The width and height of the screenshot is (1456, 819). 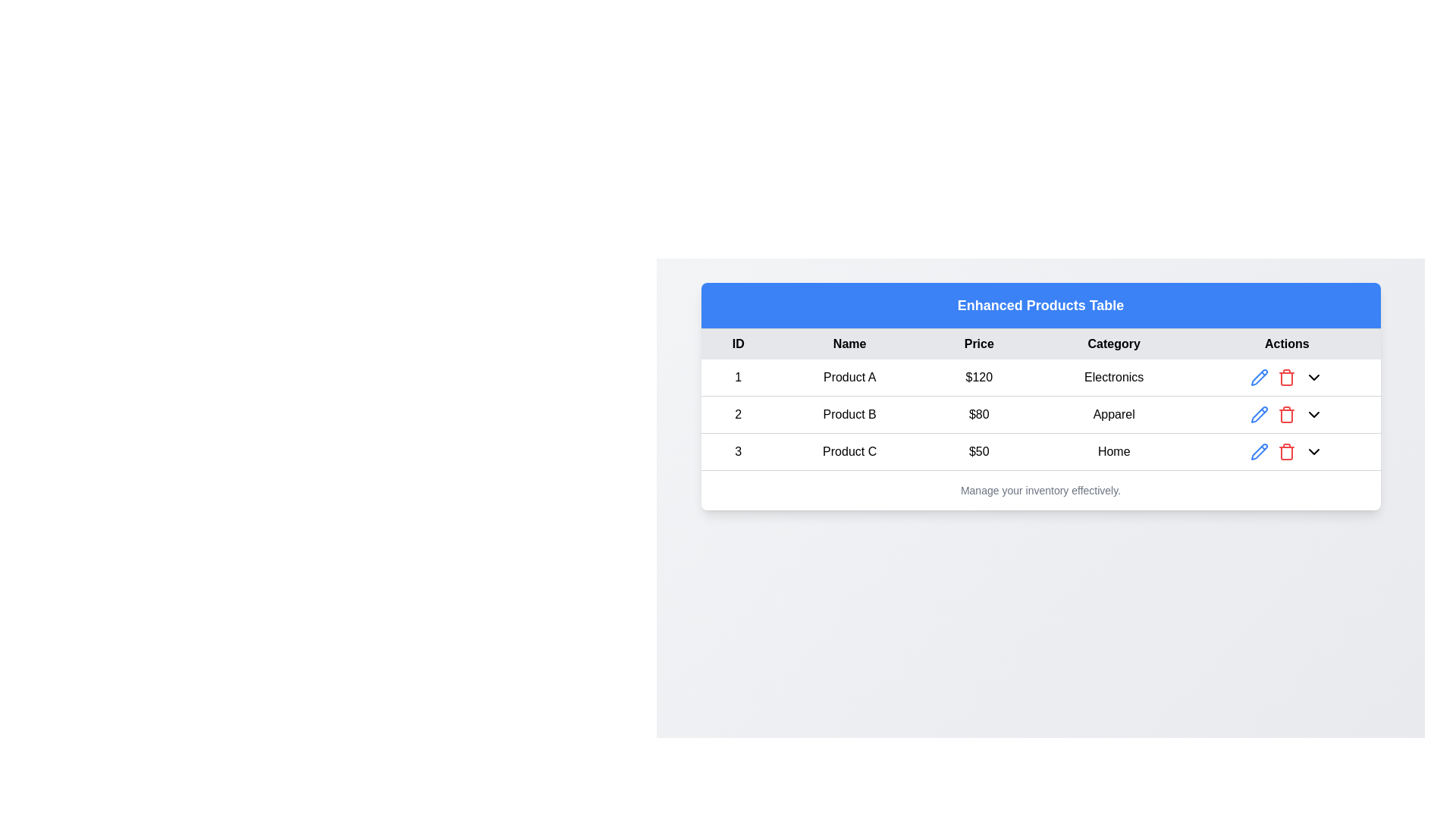 What do you see at coordinates (1313, 451) in the screenshot?
I see `the downward chevron icon in the 'Actions' column of the third row` at bounding box center [1313, 451].